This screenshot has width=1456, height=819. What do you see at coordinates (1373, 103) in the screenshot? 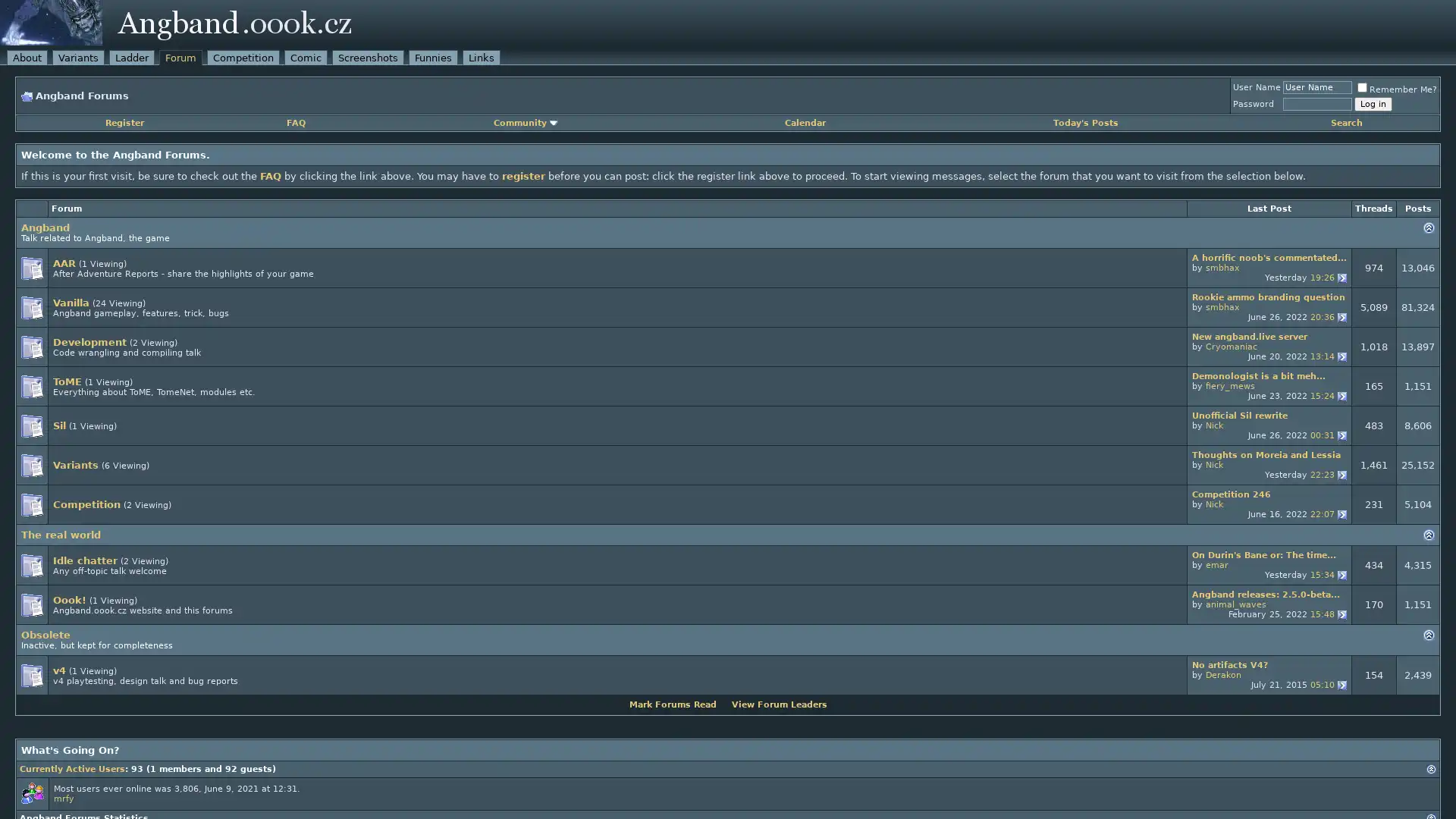
I see `Log in` at bounding box center [1373, 103].